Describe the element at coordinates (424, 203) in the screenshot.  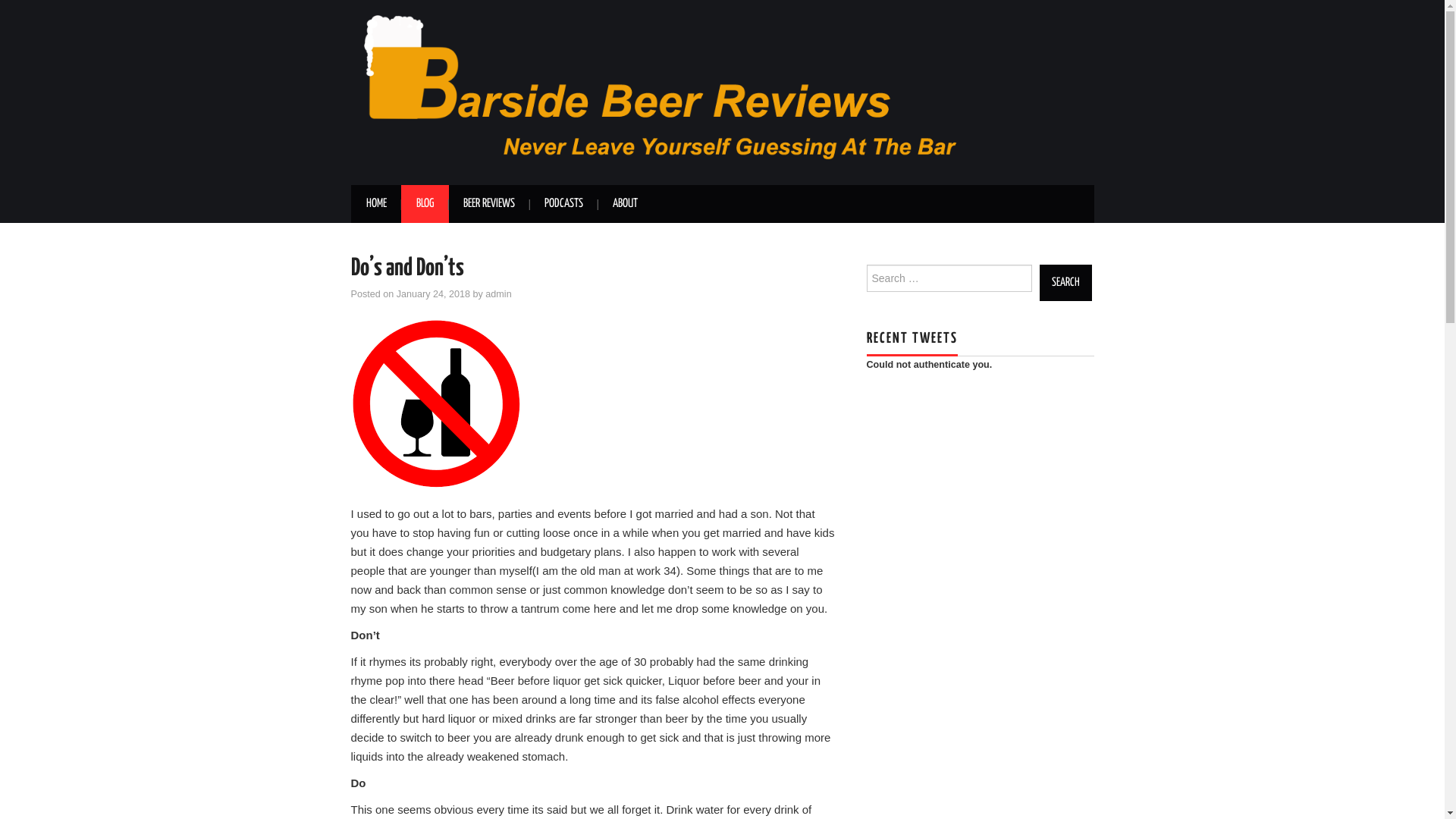
I see `'BLOG'` at that location.